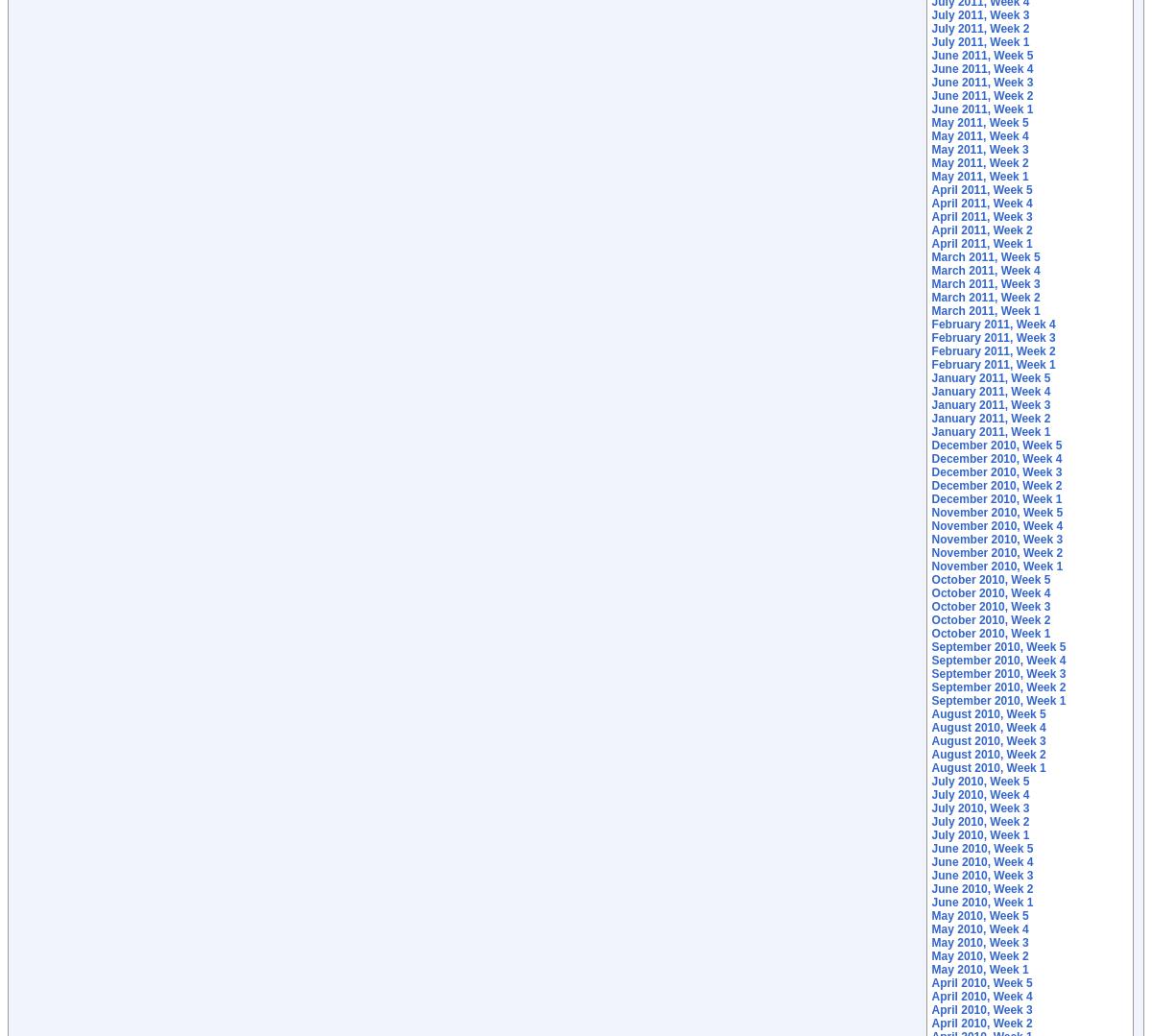  Describe the element at coordinates (998, 647) in the screenshot. I see `'September 2010, Week 5'` at that location.